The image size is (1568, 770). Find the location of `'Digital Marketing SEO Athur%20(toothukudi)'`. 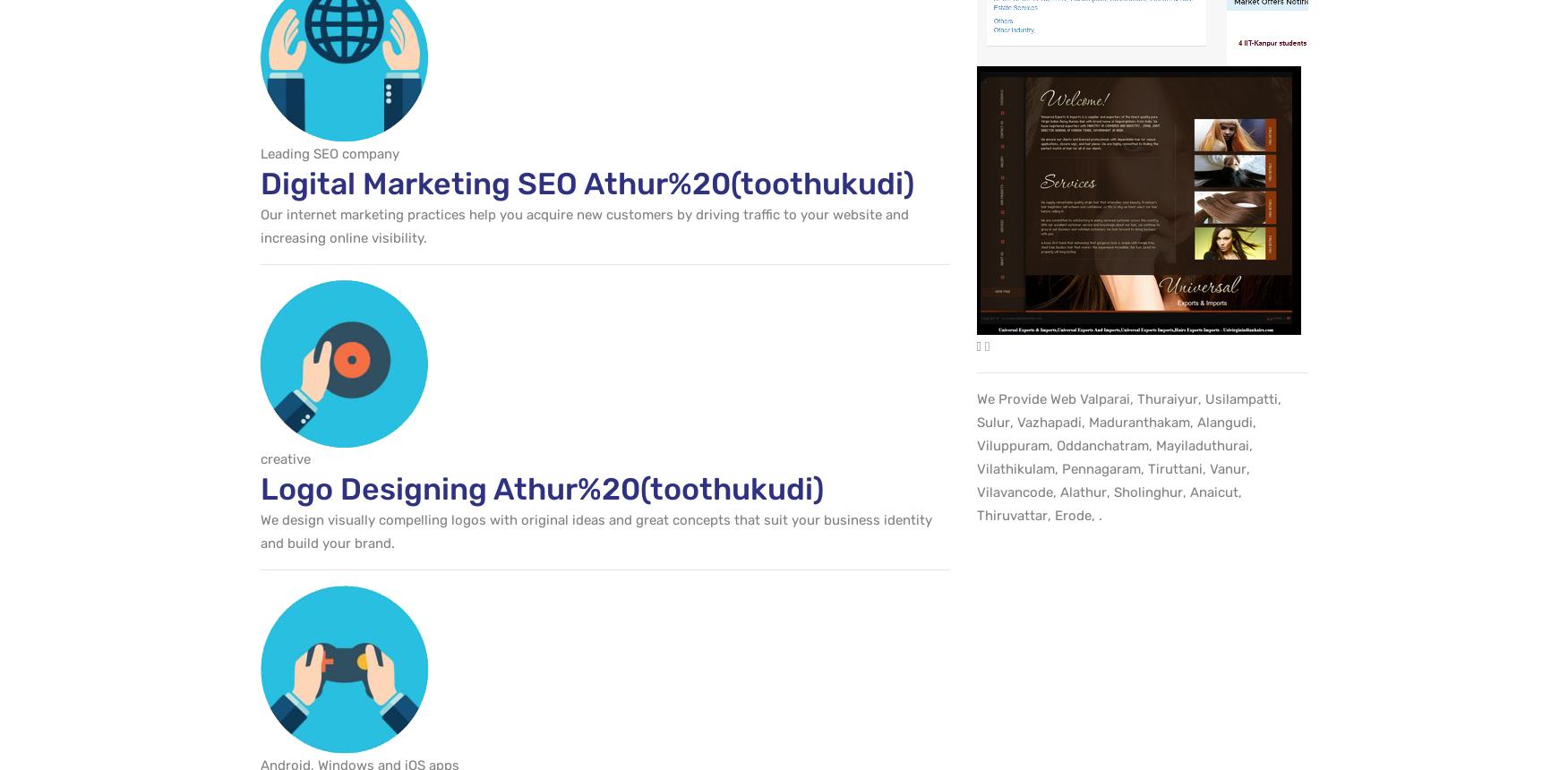

'Digital Marketing SEO Athur%20(toothukudi)' is located at coordinates (259, 183).